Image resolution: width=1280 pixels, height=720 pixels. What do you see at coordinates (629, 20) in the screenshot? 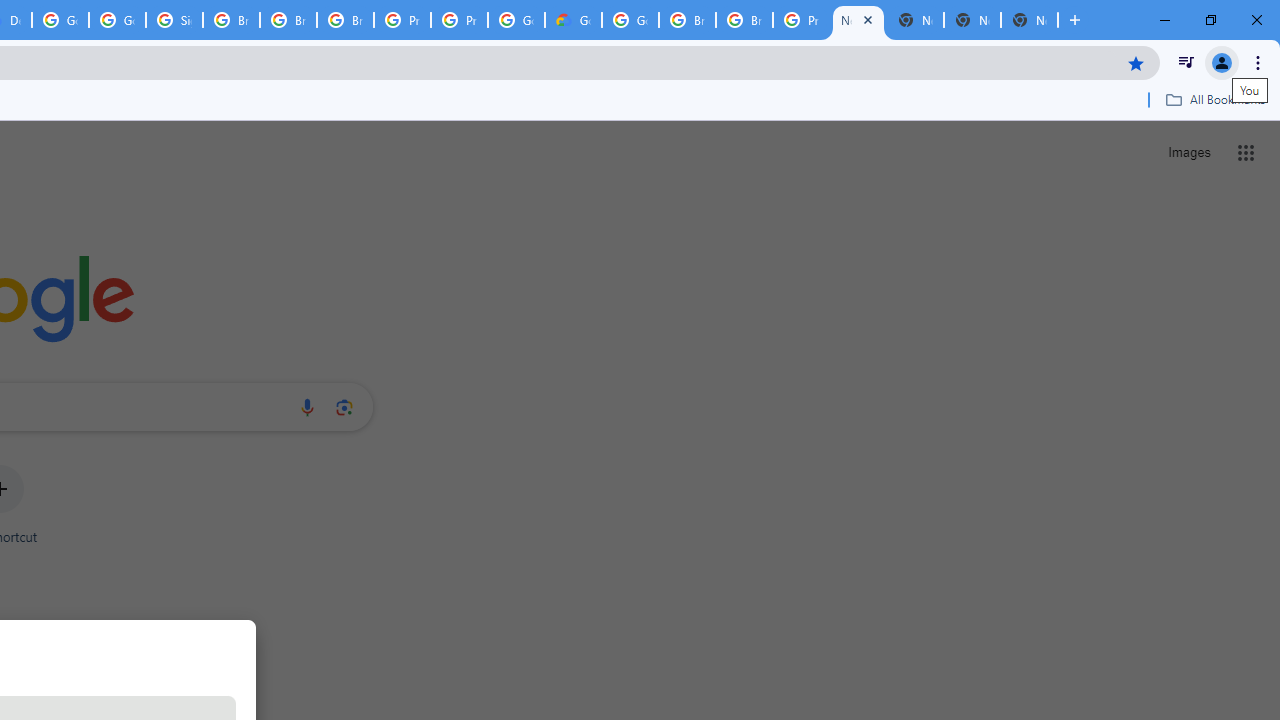
I see `'Google Cloud Platform'` at bounding box center [629, 20].